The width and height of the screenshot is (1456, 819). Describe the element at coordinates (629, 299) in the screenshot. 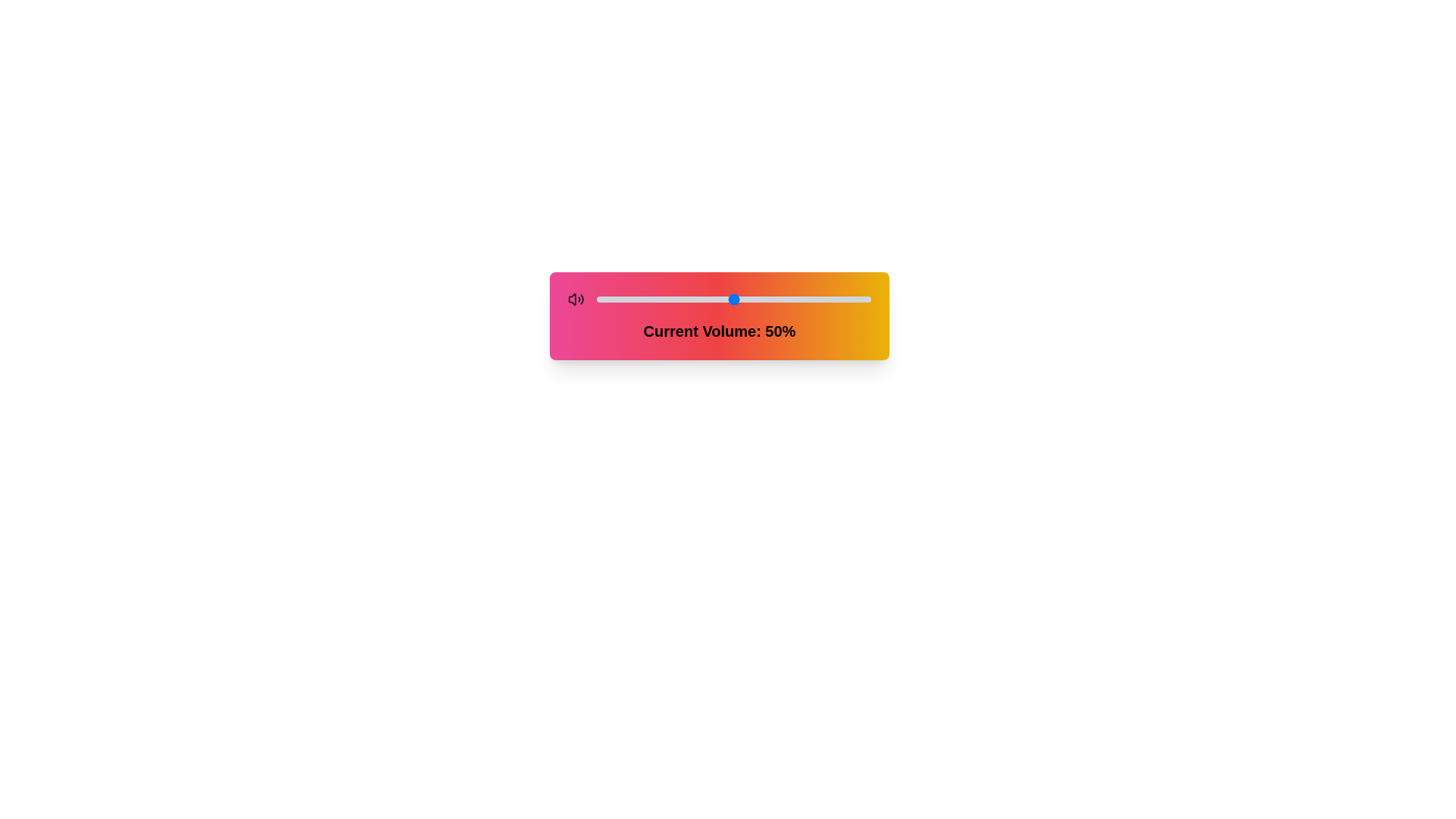

I see `the volume slider to 12%, observing the icon change dynamically` at that location.